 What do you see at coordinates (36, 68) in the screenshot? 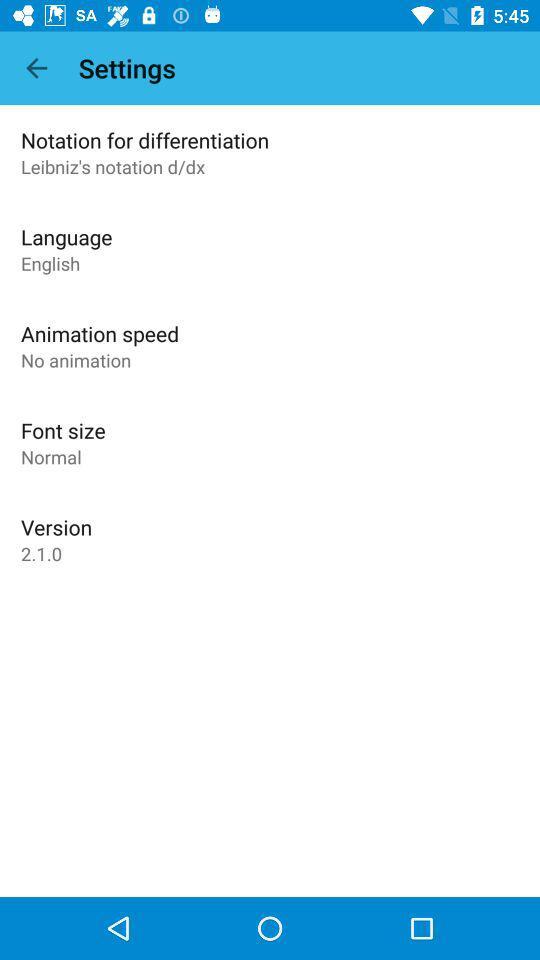
I see `item to the left of settings icon` at bounding box center [36, 68].